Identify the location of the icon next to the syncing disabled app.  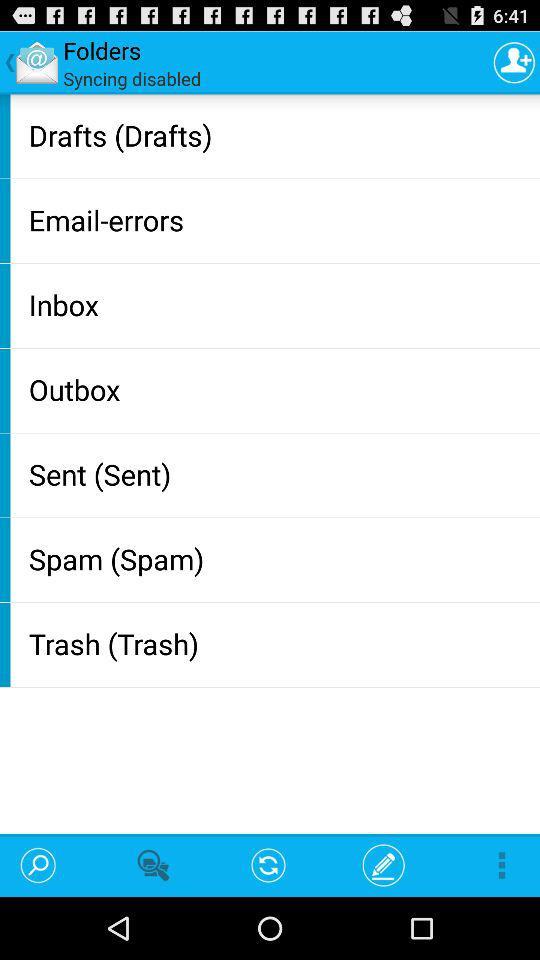
(514, 62).